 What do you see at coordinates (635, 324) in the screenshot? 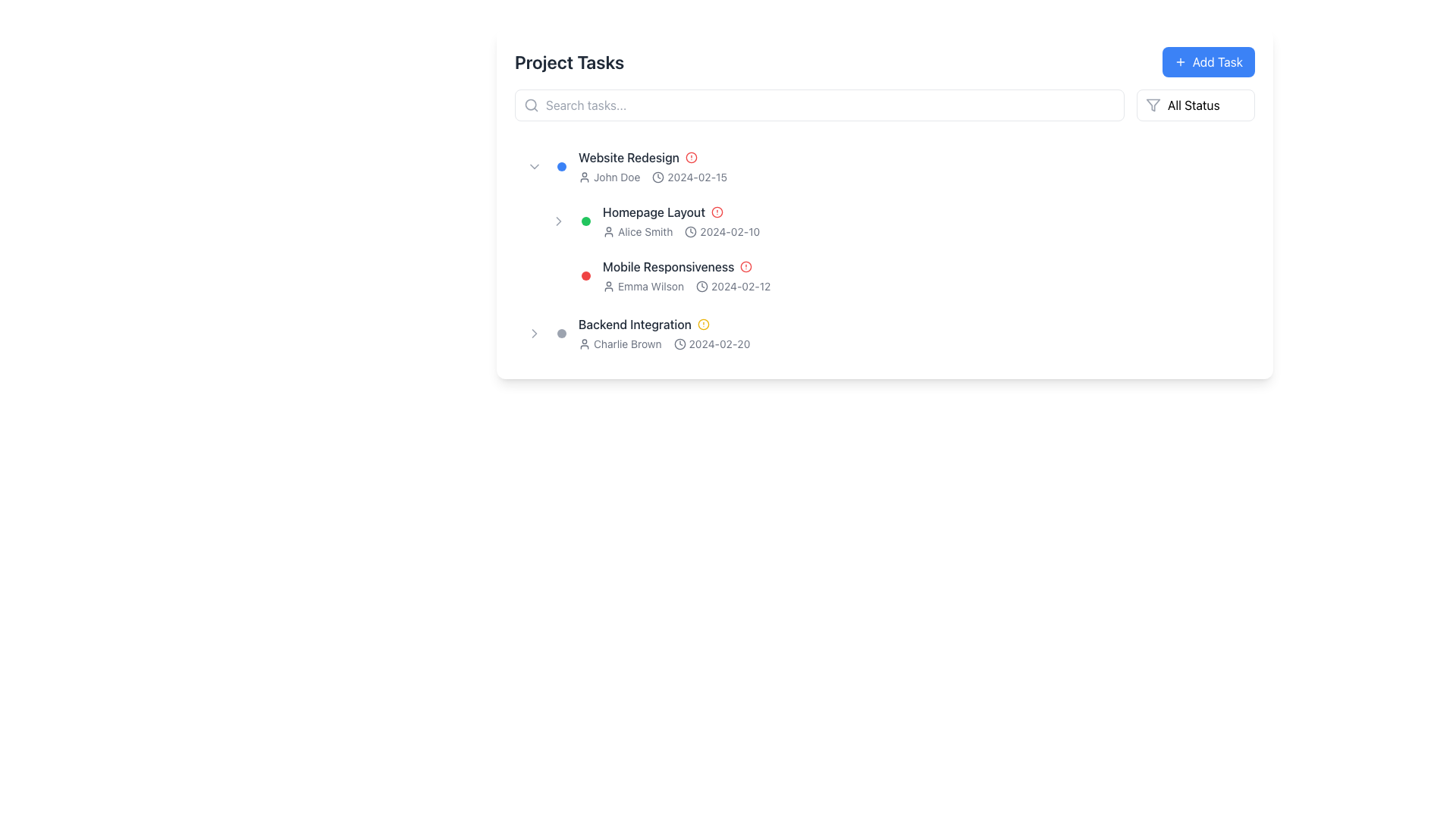
I see `the Text Label displaying the title of a specific task in the project management interface, located on the right side of the row containing task-related details` at bounding box center [635, 324].